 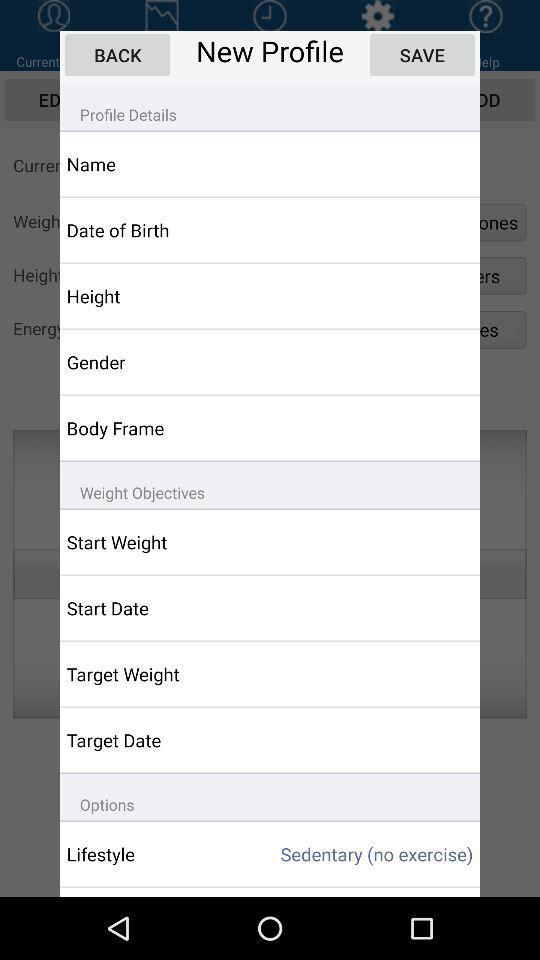 What do you see at coordinates (155, 361) in the screenshot?
I see `the gender icon` at bounding box center [155, 361].